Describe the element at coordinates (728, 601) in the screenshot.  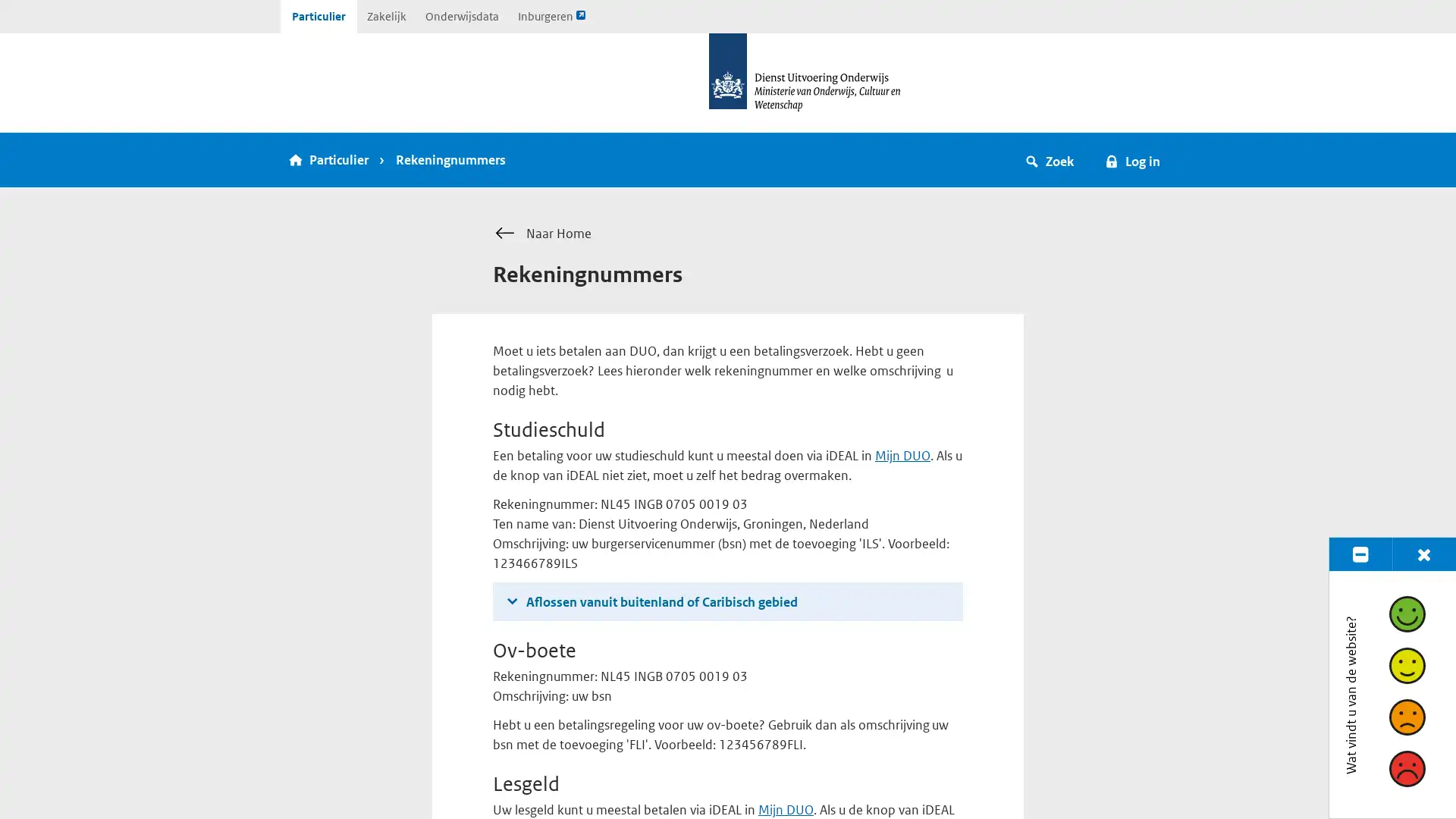
I see `Aflossen vanuit buitenland of Caribisch gebied` at that location.